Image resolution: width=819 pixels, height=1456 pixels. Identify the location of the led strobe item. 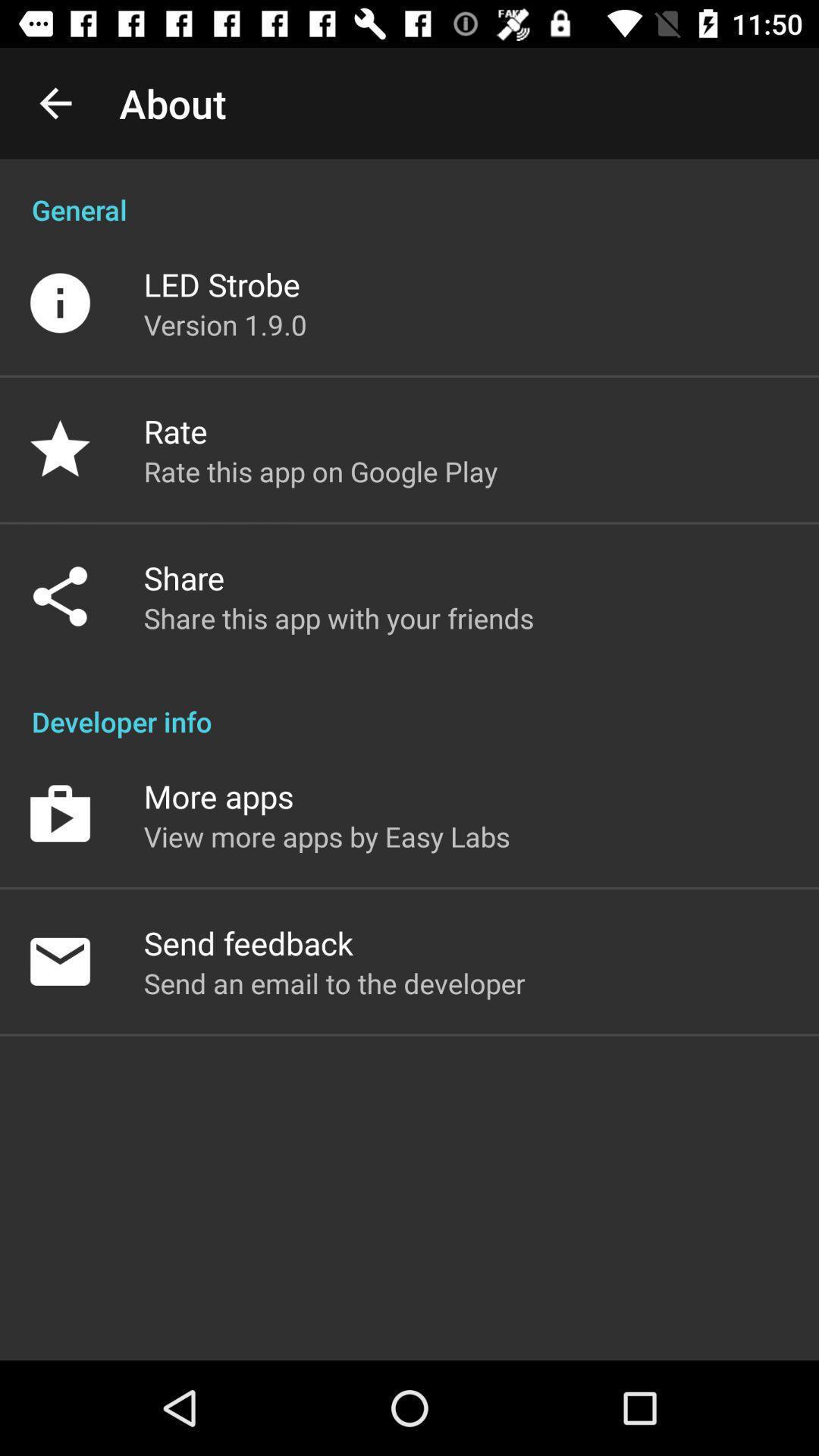
(221, 284).